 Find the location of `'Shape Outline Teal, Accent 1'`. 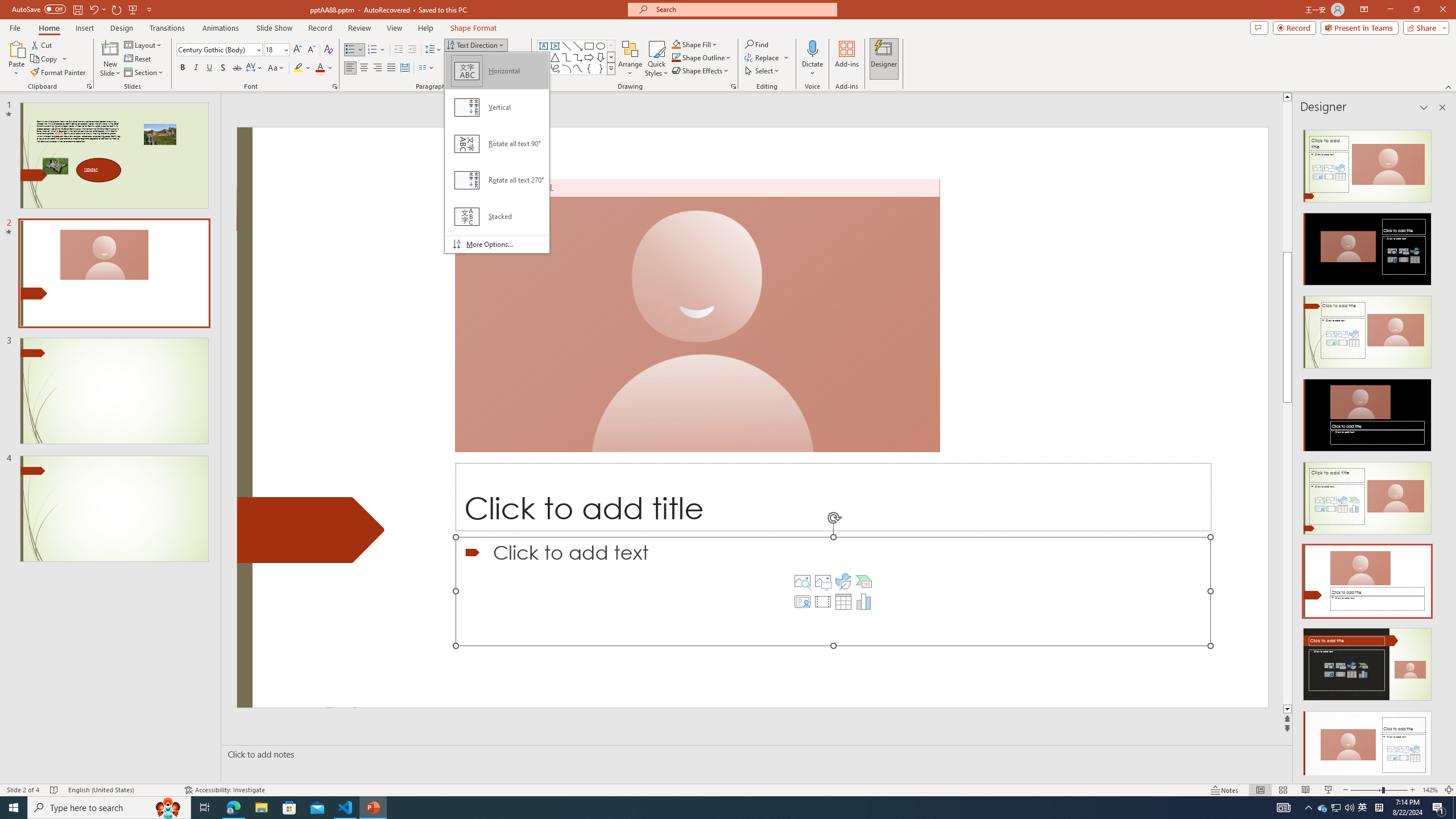

'Shape Outline Teal, Accent 1' is located at coordinates (676, 56).